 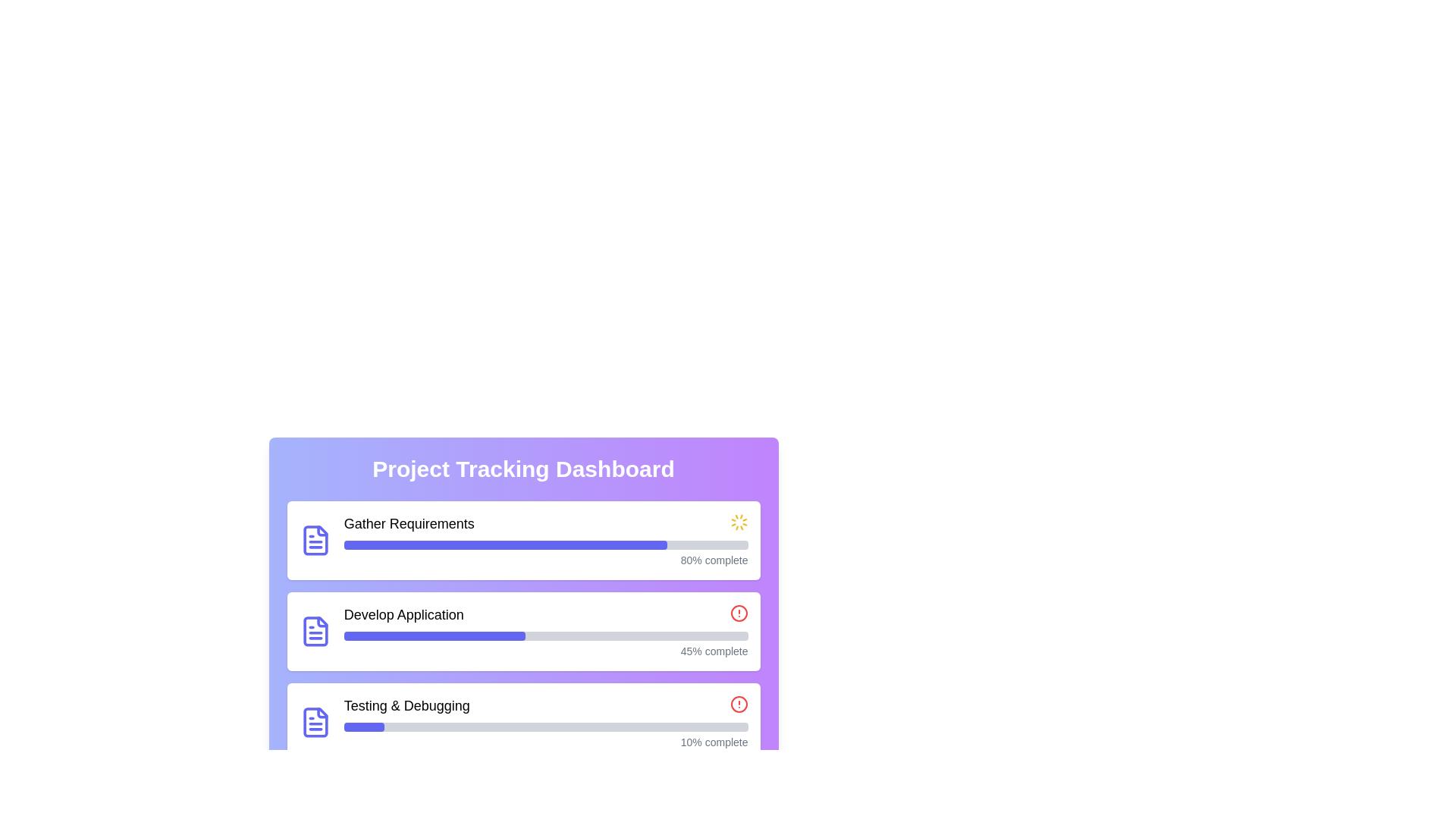 I want to click on the blue file outline icon located to the left of the 'Testing & Debugging' label in the third row of the project tracking dashboard, so click(x=315, y=721).